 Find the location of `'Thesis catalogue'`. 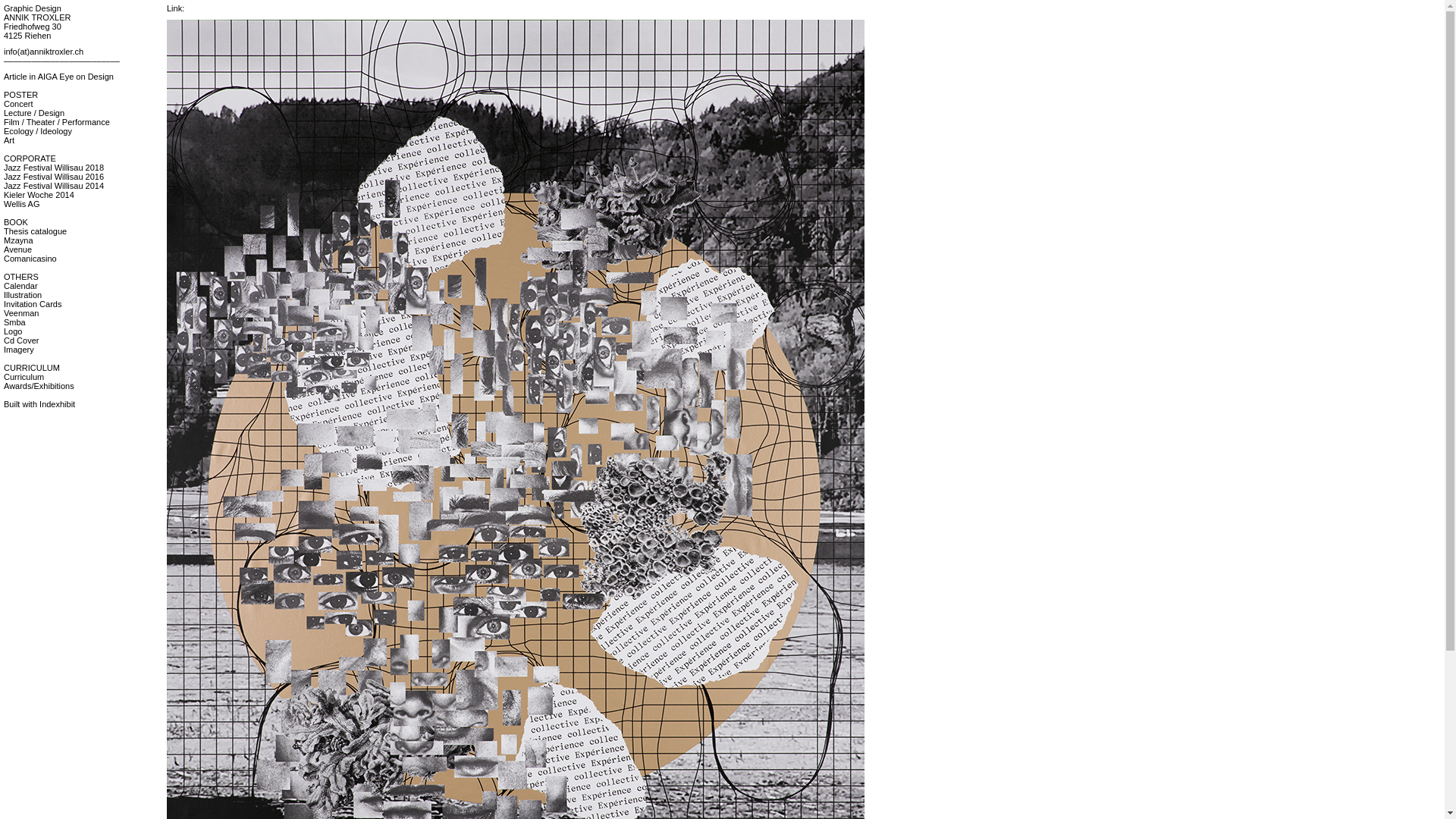

'Thesis catalogue' is located at coordinates (35, 231).